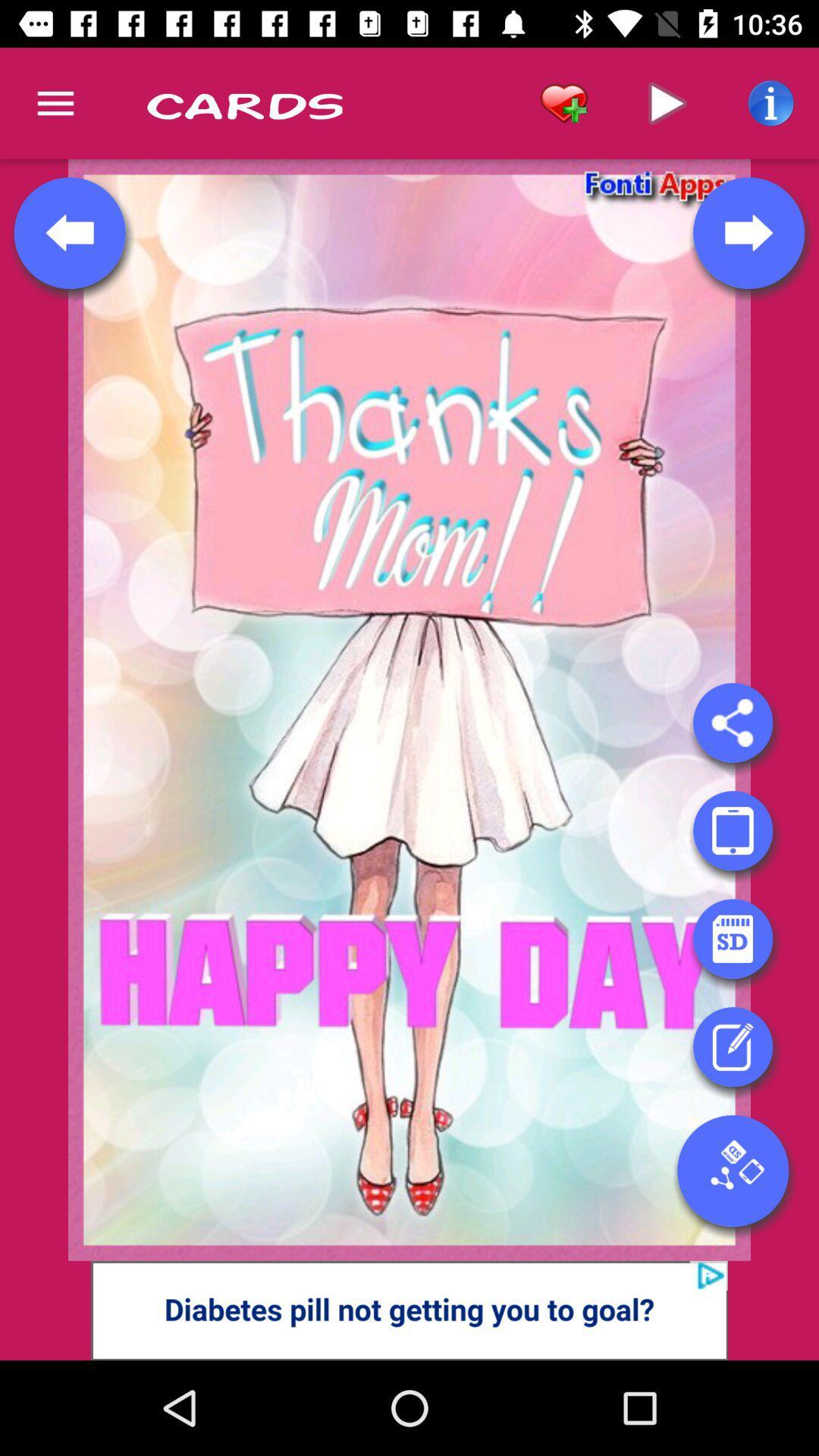 The height and width of the screenshot is (1456, 819). Describe the element at coordinates (748, 232) in the screenshot. I see `this button is for the next page` at that location.